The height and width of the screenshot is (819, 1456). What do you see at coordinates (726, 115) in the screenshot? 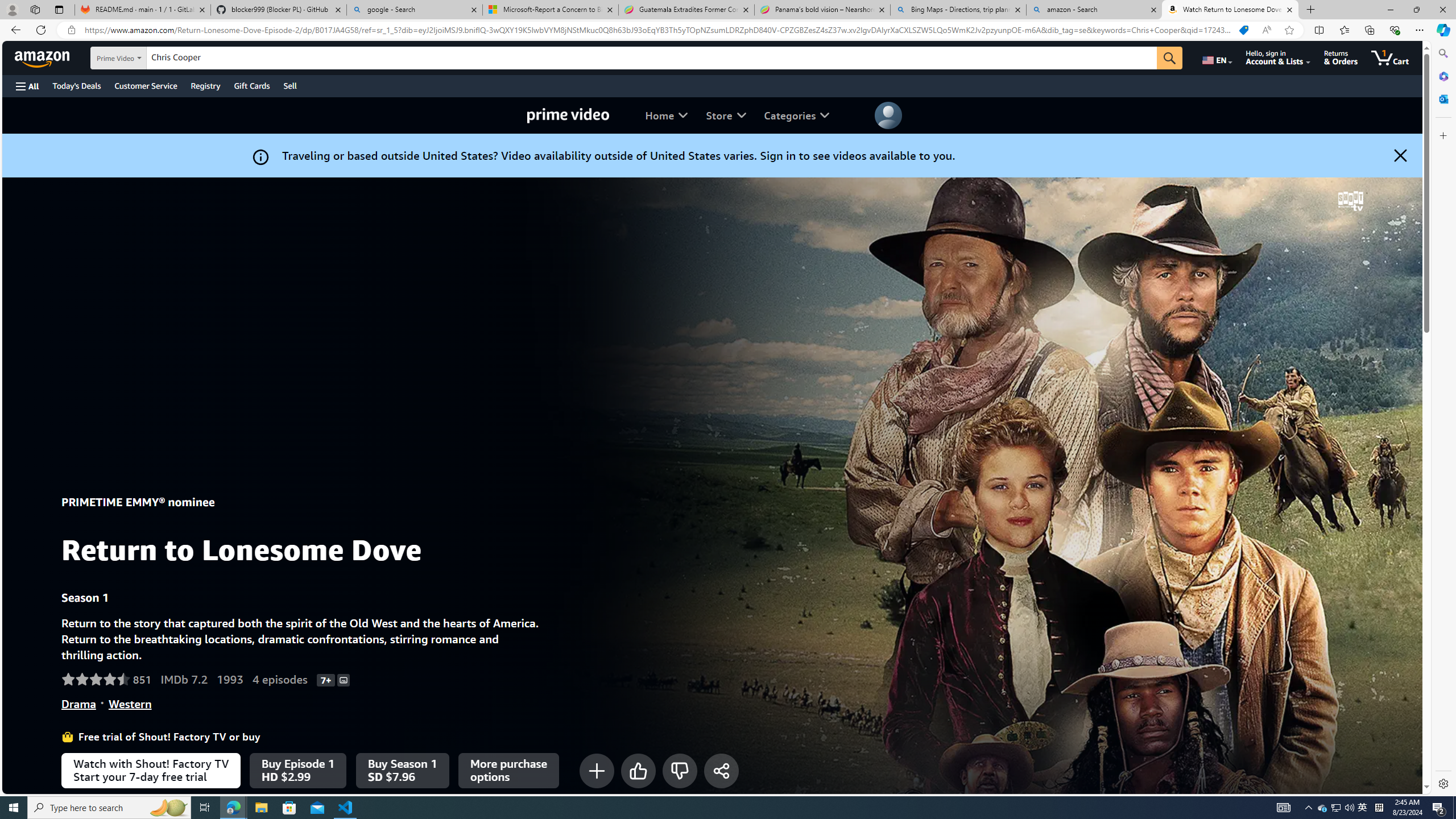
I see `'Store'` at bounding box center [726, 115].